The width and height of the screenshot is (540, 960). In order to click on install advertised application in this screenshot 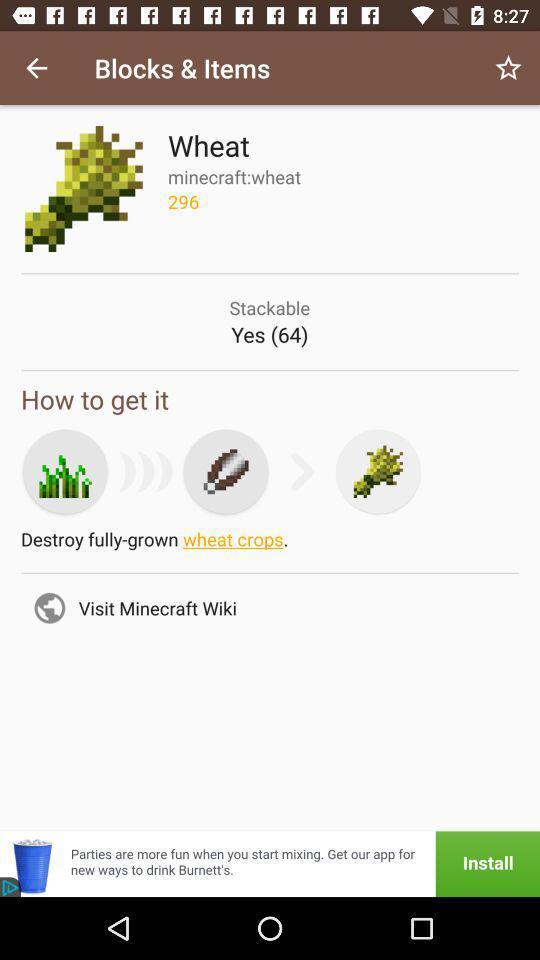, I will do `click(270, 863)`.